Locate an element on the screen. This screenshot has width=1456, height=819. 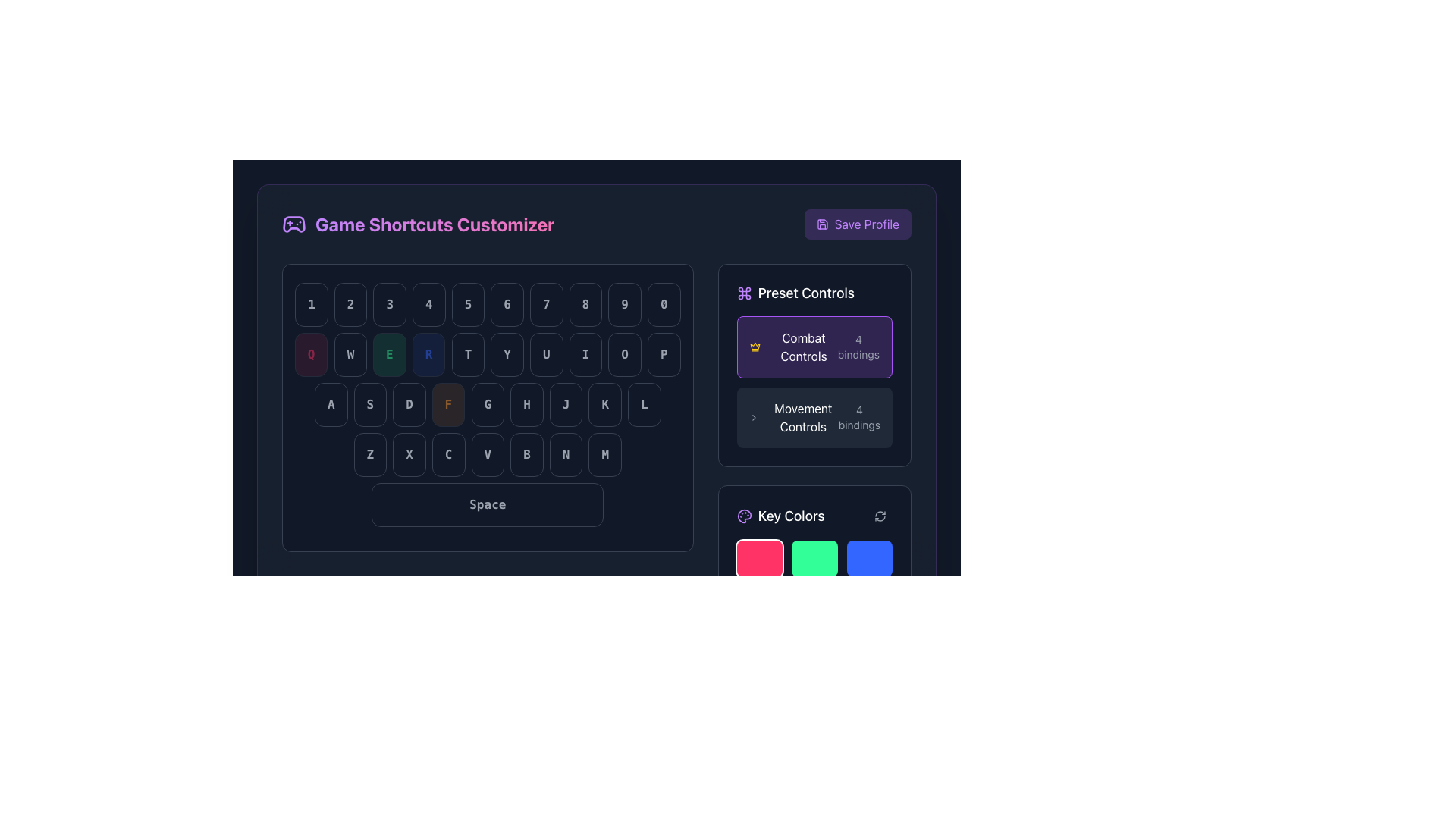
the 'Space' key button in the virtual keyboard interface to trigger hover effects is located at coordinates (488, 505).